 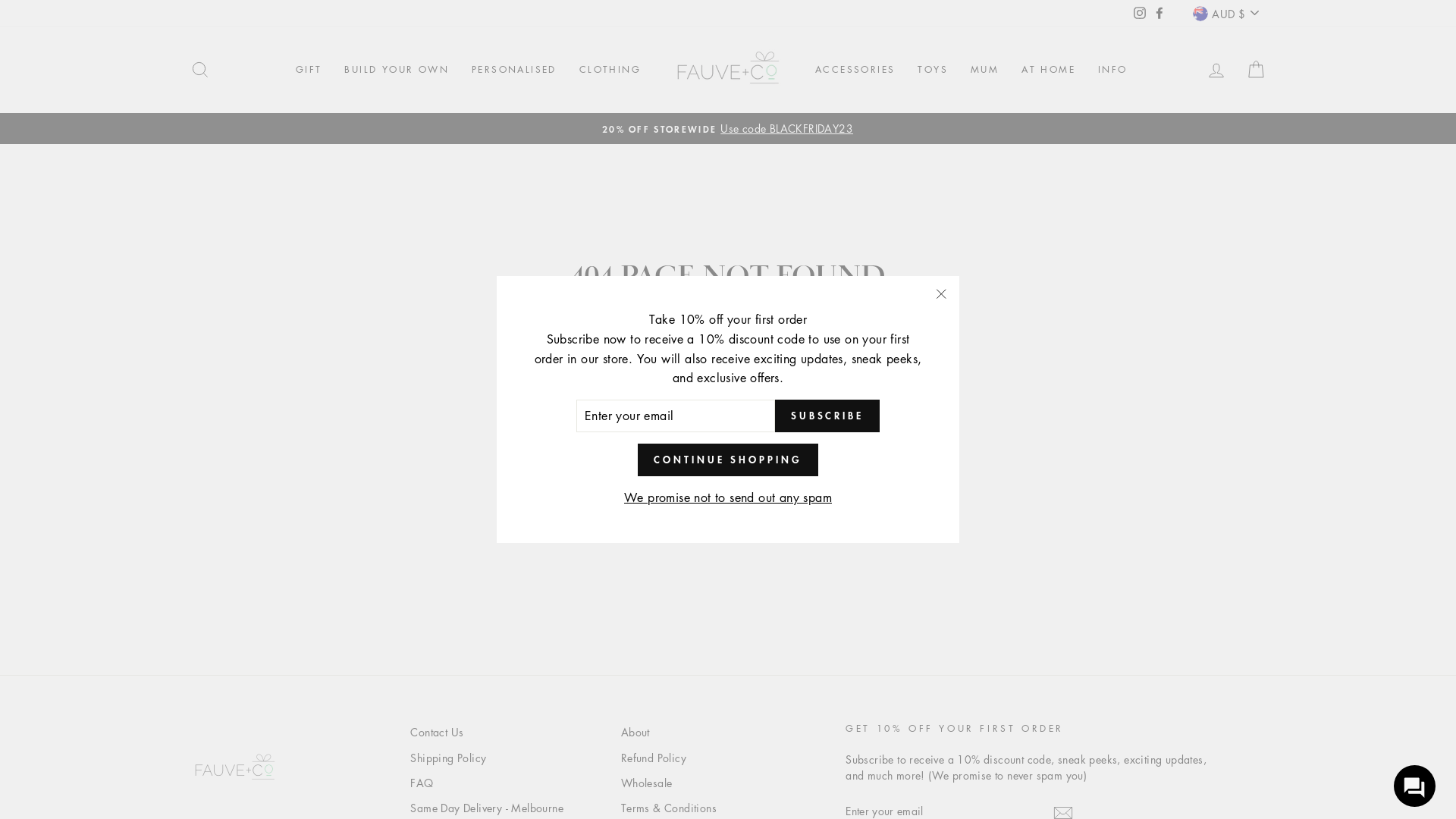 I want to click on 'PERSONALISED', so click(x=513, y=70).